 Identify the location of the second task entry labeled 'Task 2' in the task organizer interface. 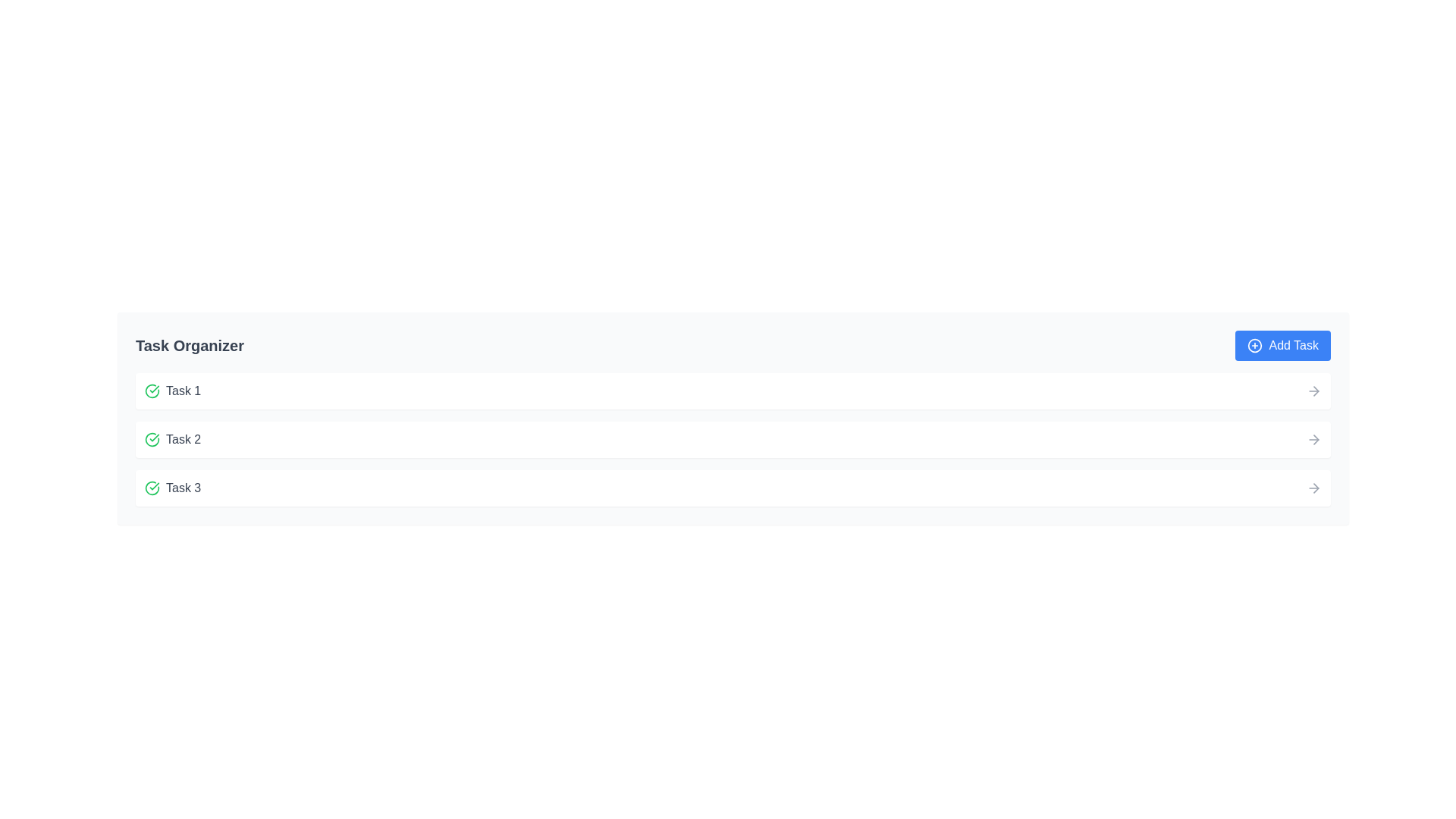
(733, 439).